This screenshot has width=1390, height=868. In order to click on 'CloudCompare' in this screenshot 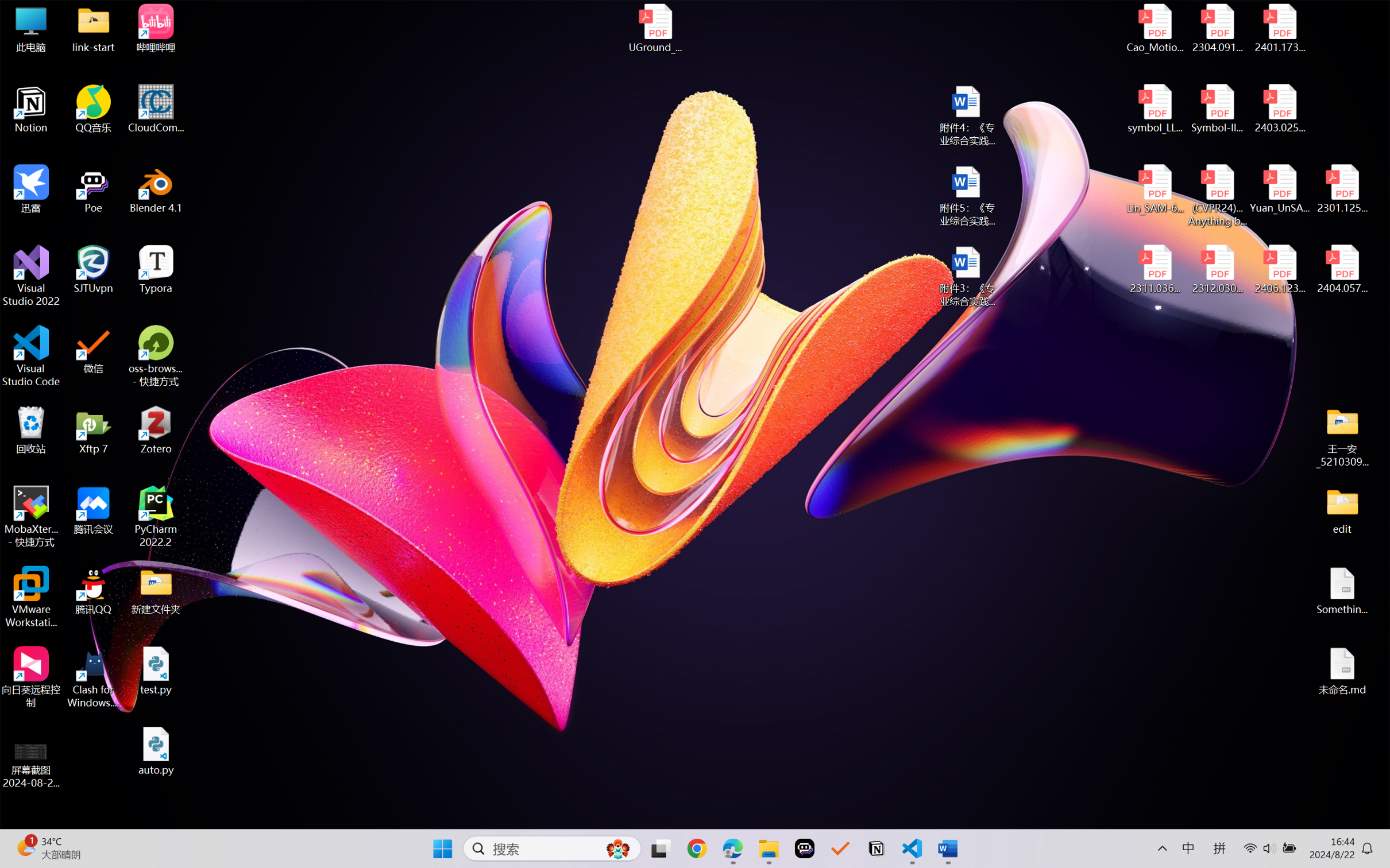, I will do `click(156, 109)`.